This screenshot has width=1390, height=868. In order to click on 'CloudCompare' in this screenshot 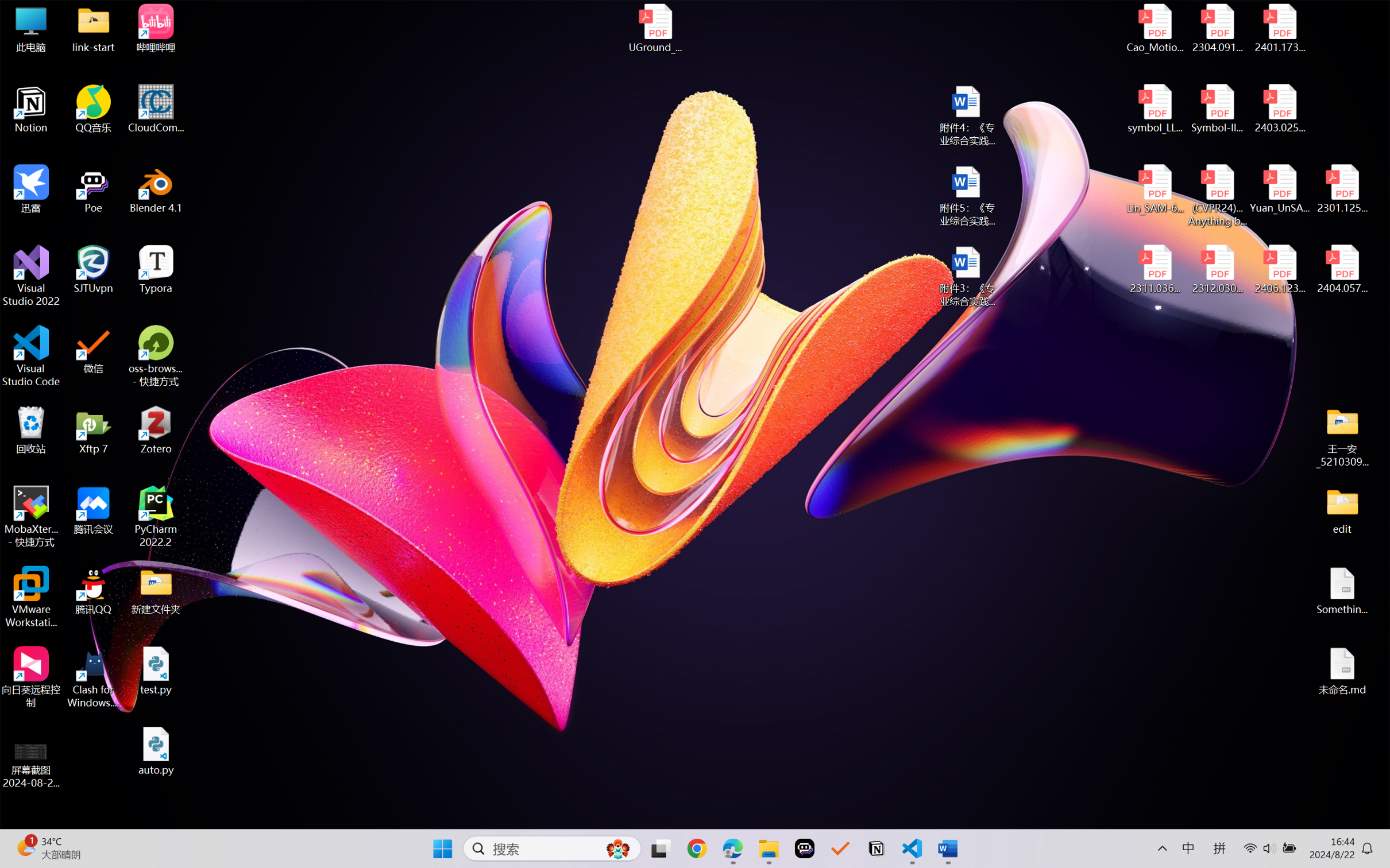, I will do `click(156, 109)`.